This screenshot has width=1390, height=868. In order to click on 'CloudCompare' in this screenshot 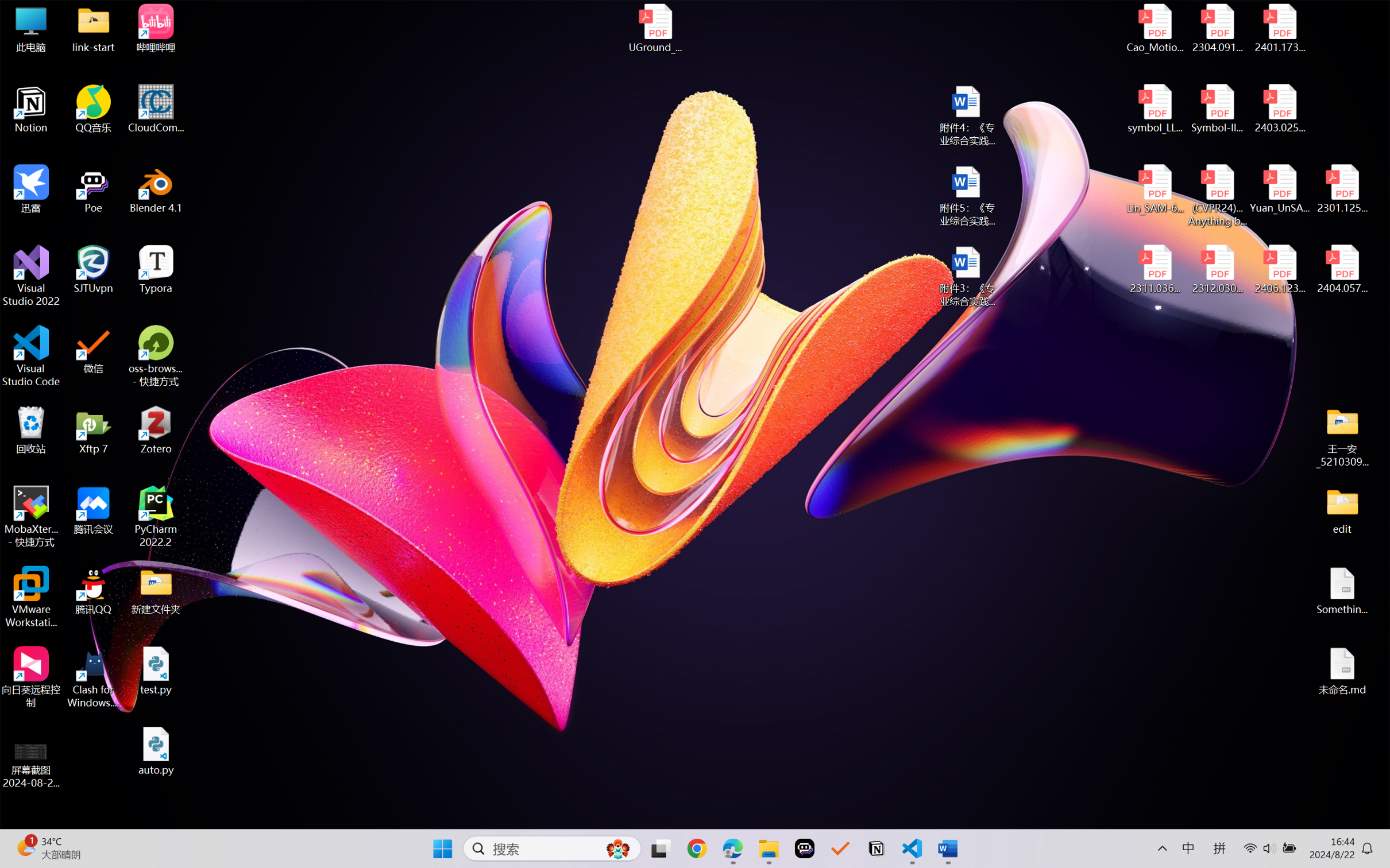, I will do `click(156, 109)`.